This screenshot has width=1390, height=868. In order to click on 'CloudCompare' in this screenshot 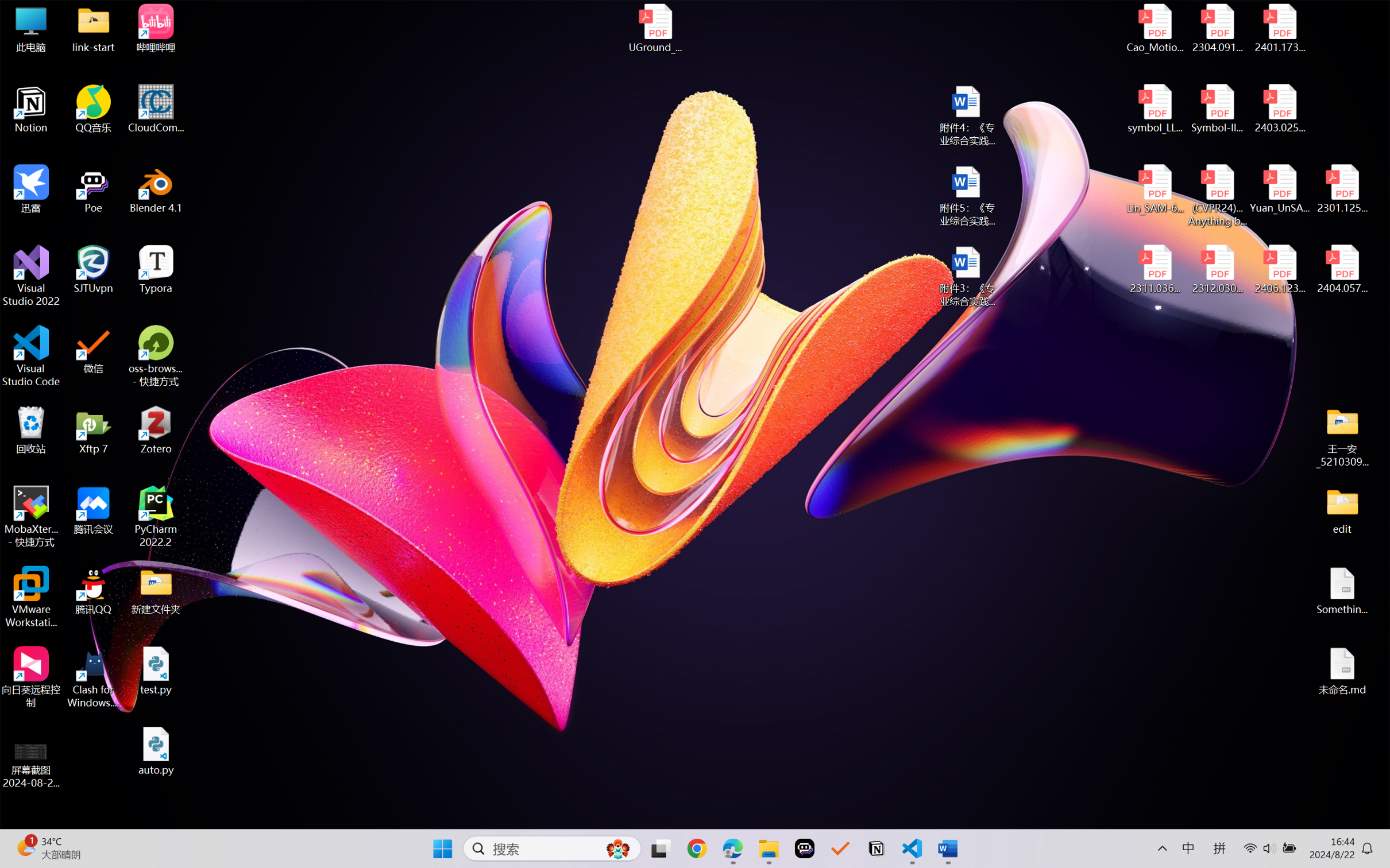, I will do `click(156, 109)`.